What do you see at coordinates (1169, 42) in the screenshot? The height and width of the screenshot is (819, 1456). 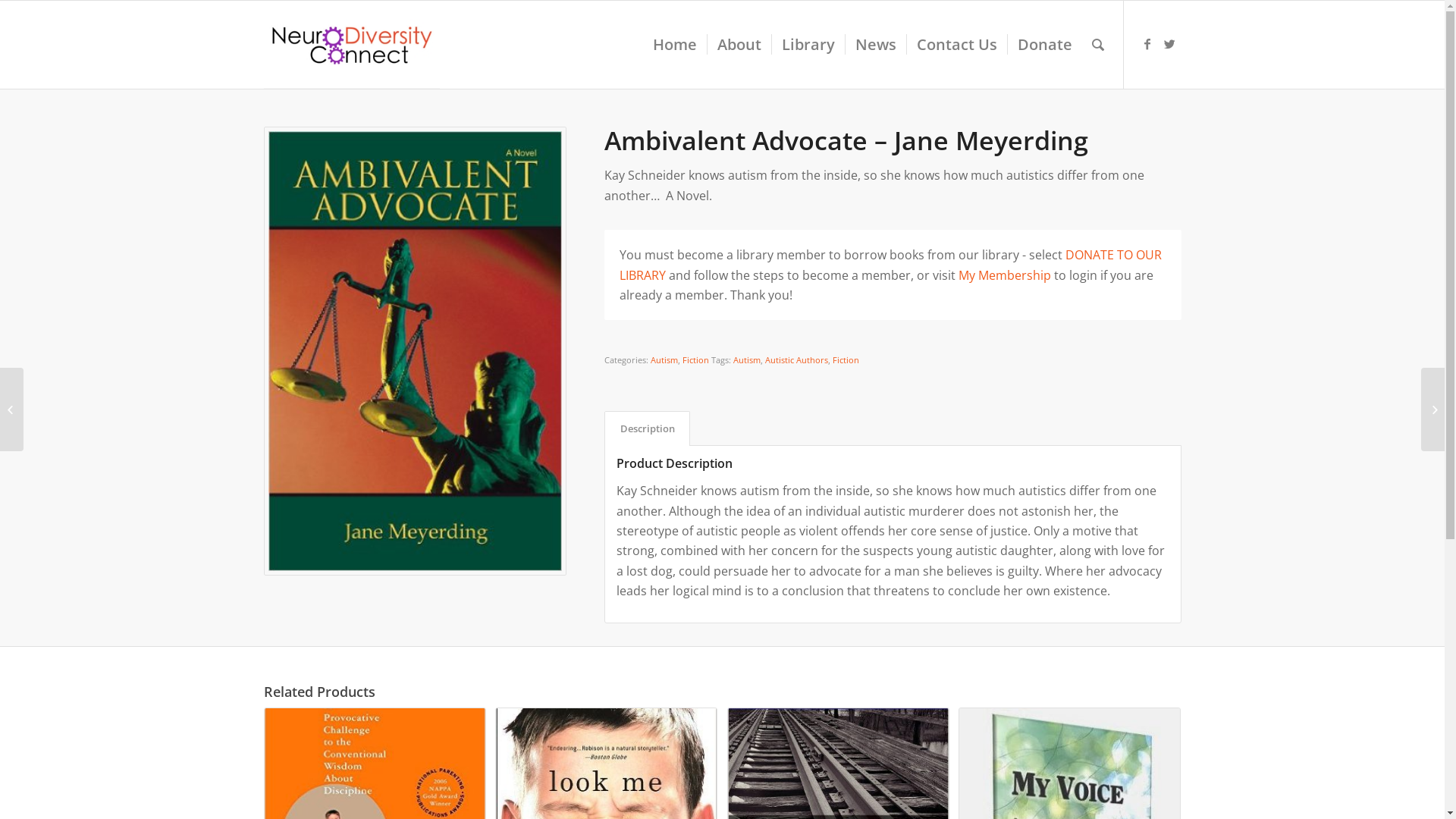 I see `'Twitter'` at bounding box center [1169, 42].